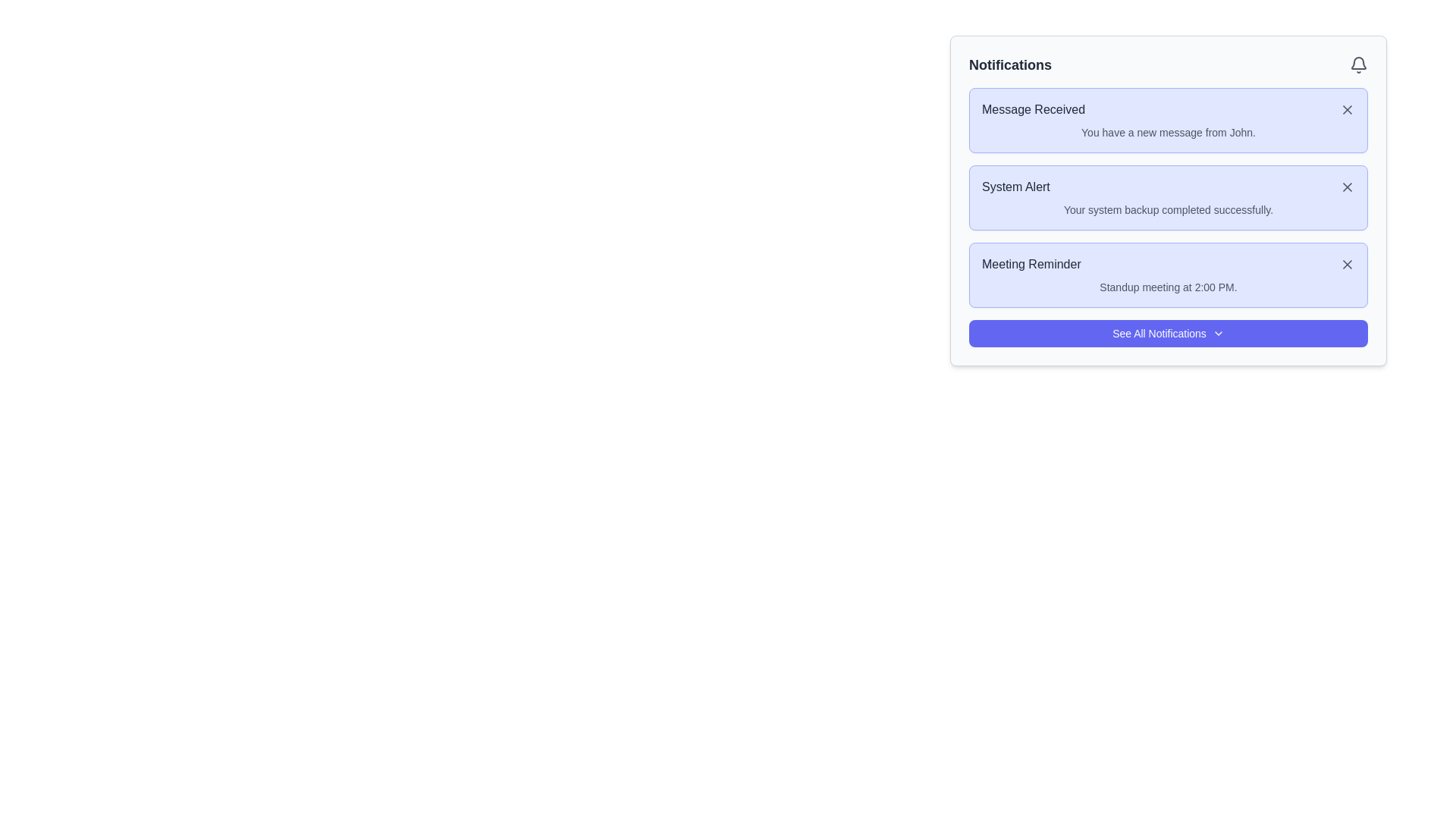  I want to click on the Text Label that serves as the title of a notification, located at the top of a notification item in the notification panel, so click(1033, 109).